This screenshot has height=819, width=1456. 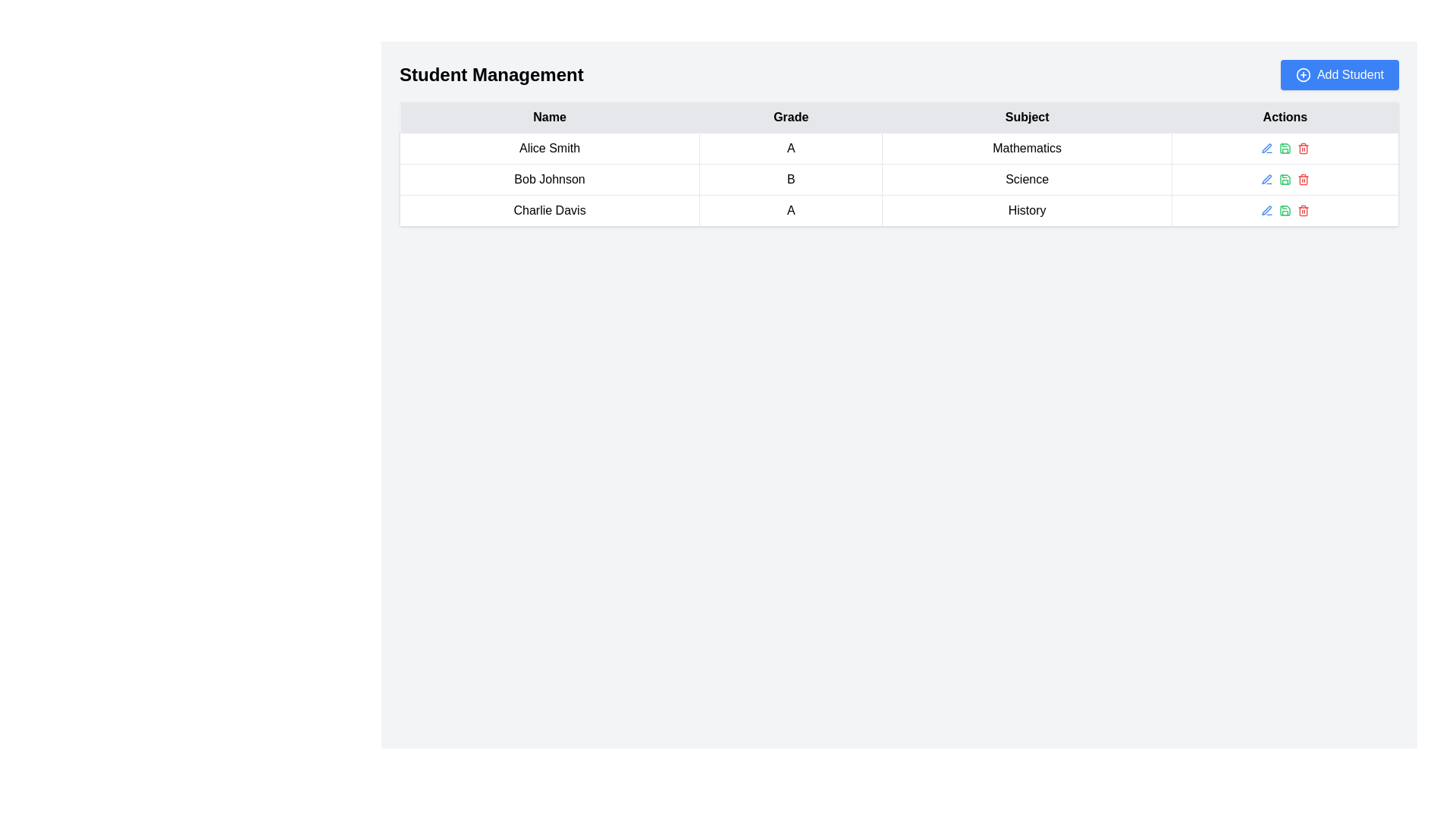 I want to click on the icon in the top-right corner of the 'Add Student' button to initiate the action of adding a new student, so click(x=1302, y=75).